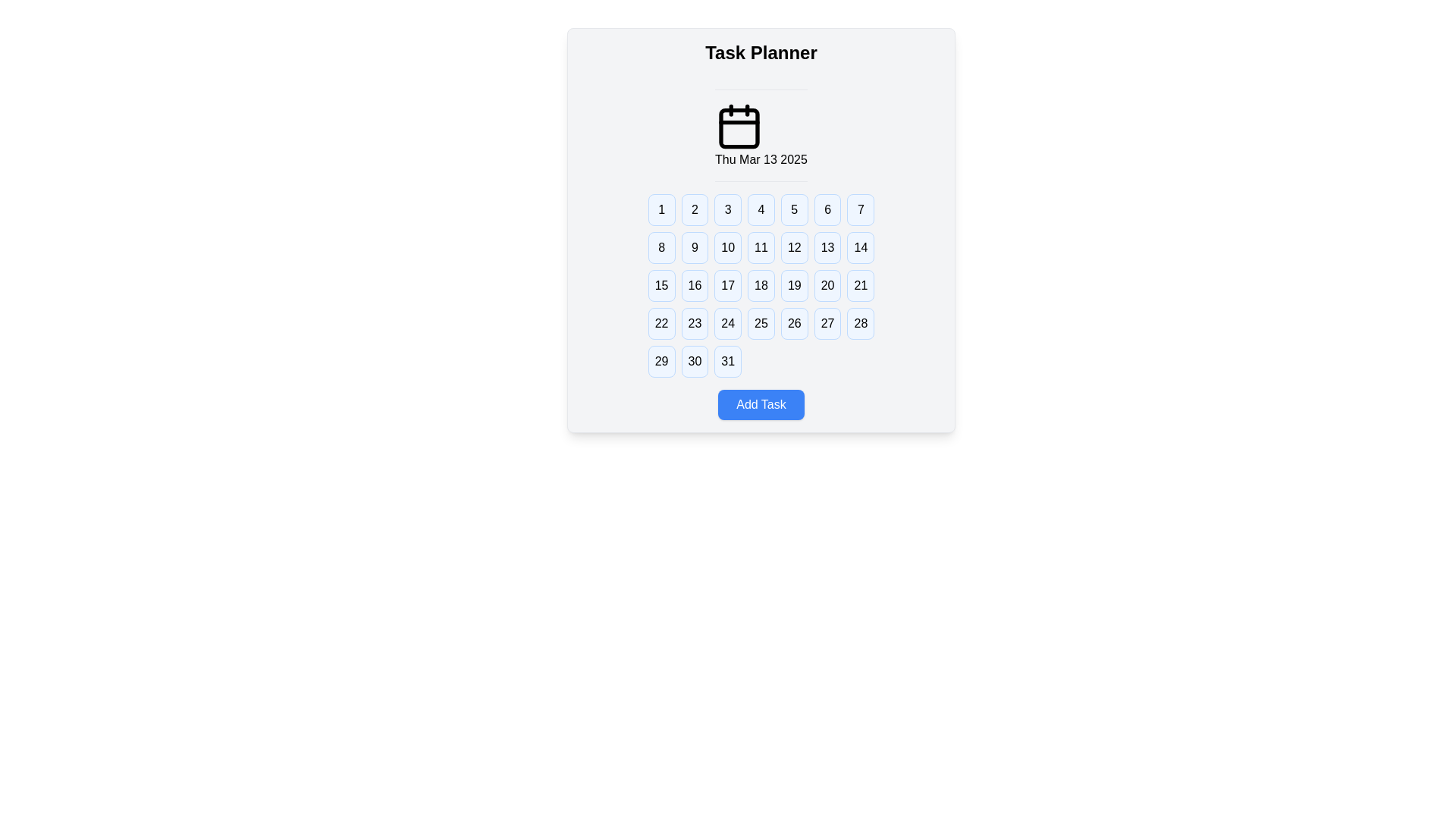  Describe the element at coordinates (661, 286) in the screenshot. I see `the square-shaped button with a light blue background displaying the number '15', located in the third row and first column of a 7-column grid` at that location.